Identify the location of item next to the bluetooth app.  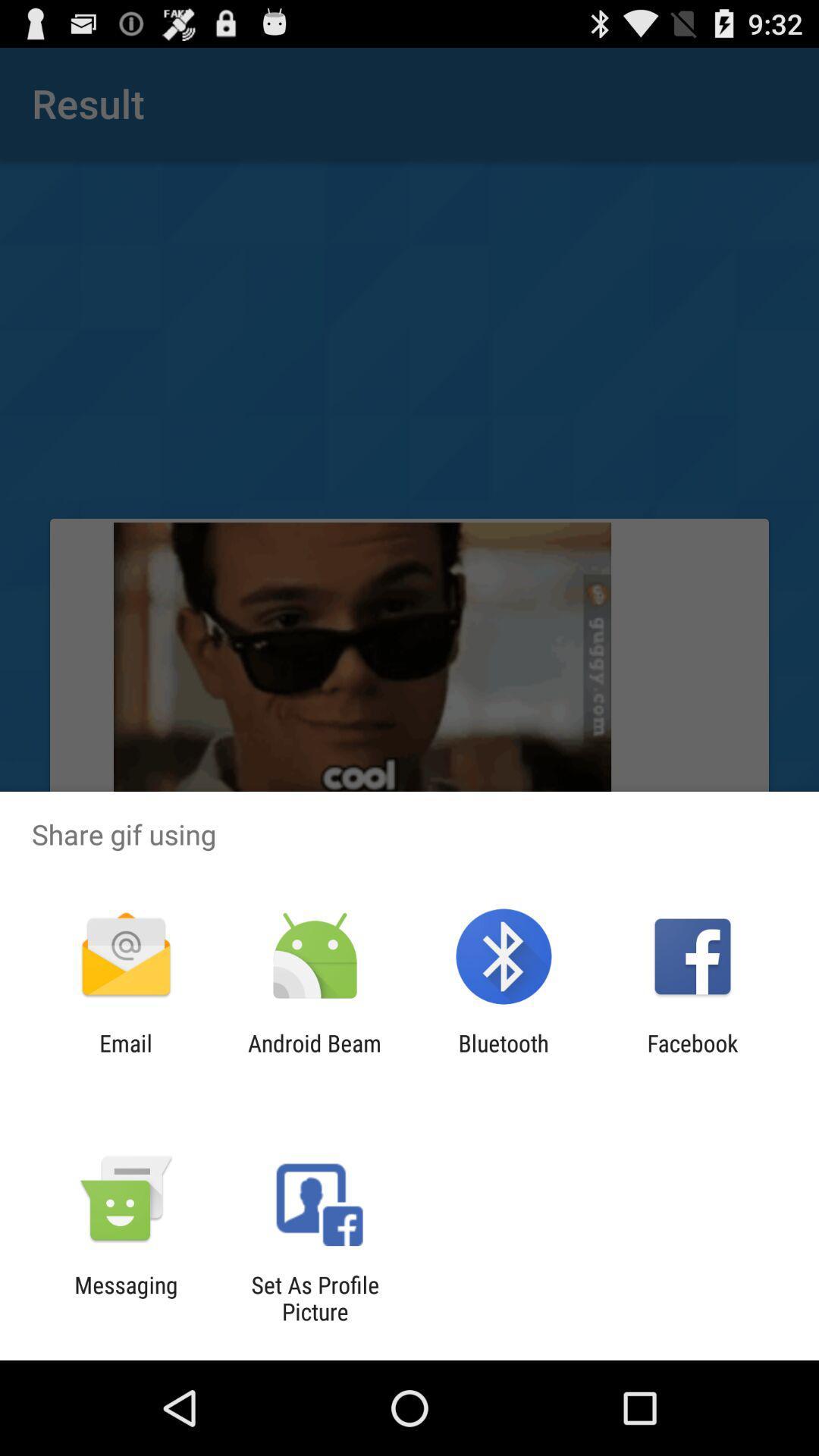
(314, 1056).